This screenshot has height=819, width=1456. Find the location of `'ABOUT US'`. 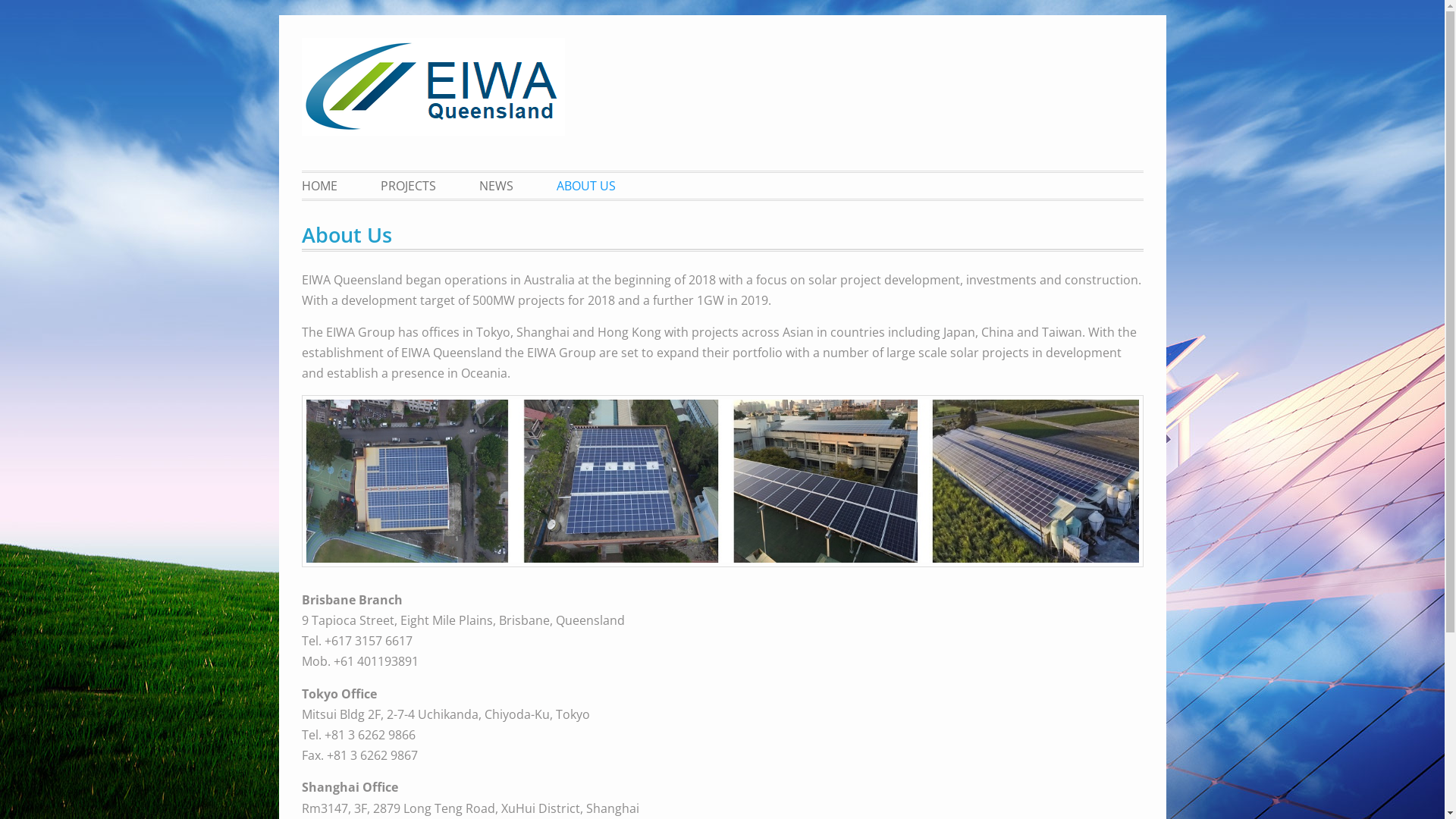

'ABOUT US' is located at coordinates (537, 185).